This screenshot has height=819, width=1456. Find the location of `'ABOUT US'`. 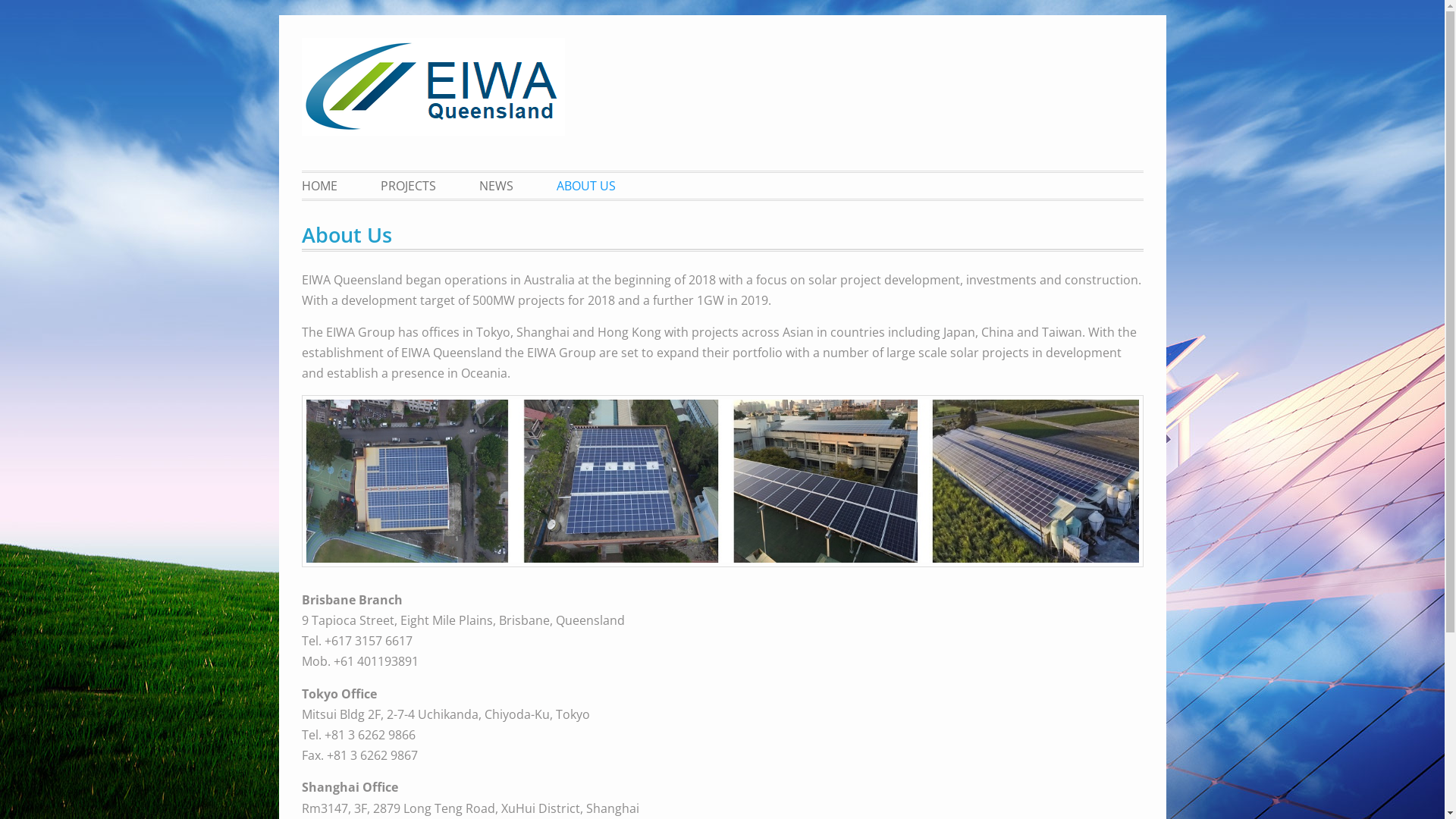

'ABOUT US' is located at coordinates (537, 185).